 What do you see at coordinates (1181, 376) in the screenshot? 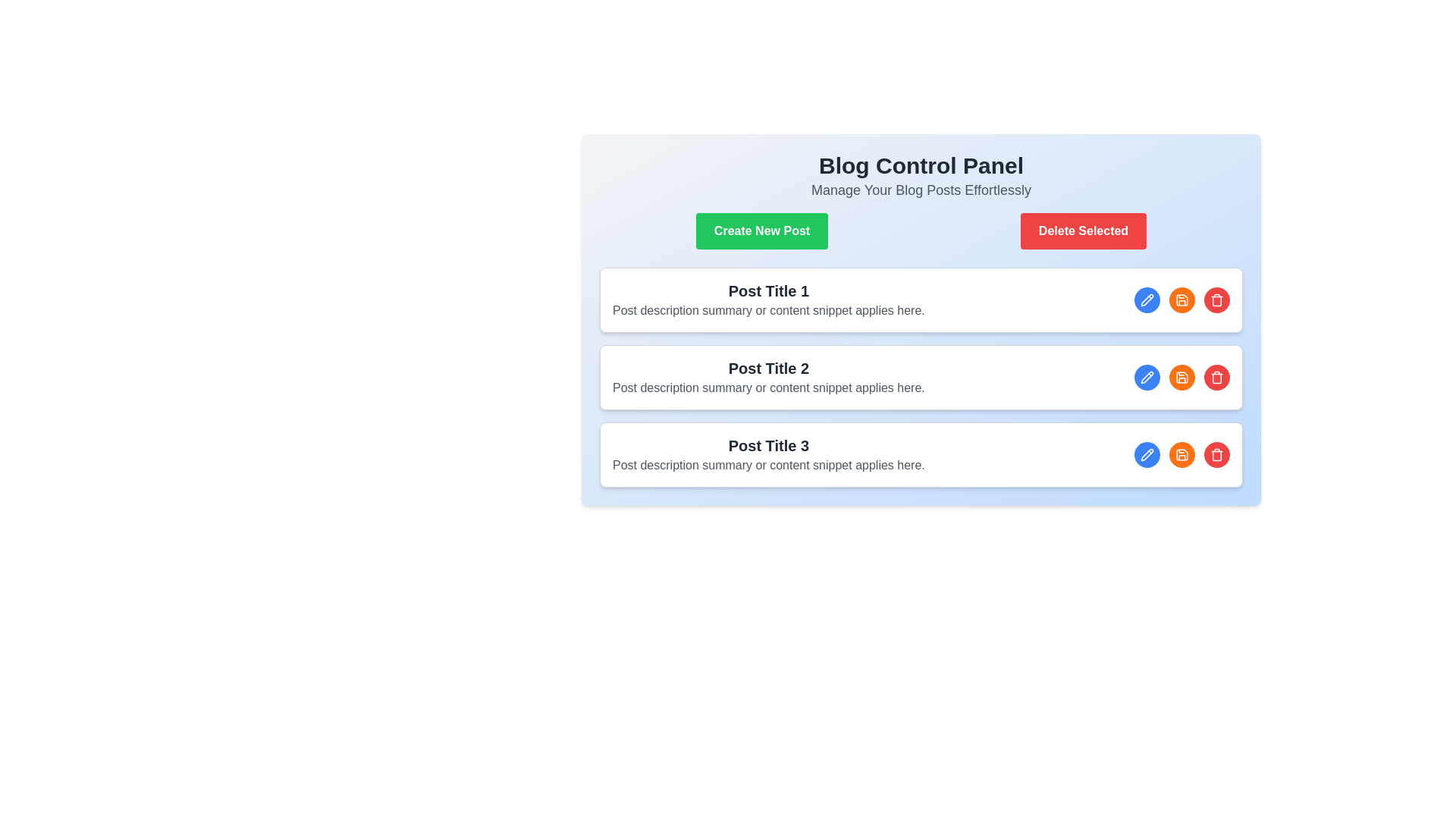
I see `the second button in the row associated with 'Post Title 2'` at bounding box center [1181, 376].